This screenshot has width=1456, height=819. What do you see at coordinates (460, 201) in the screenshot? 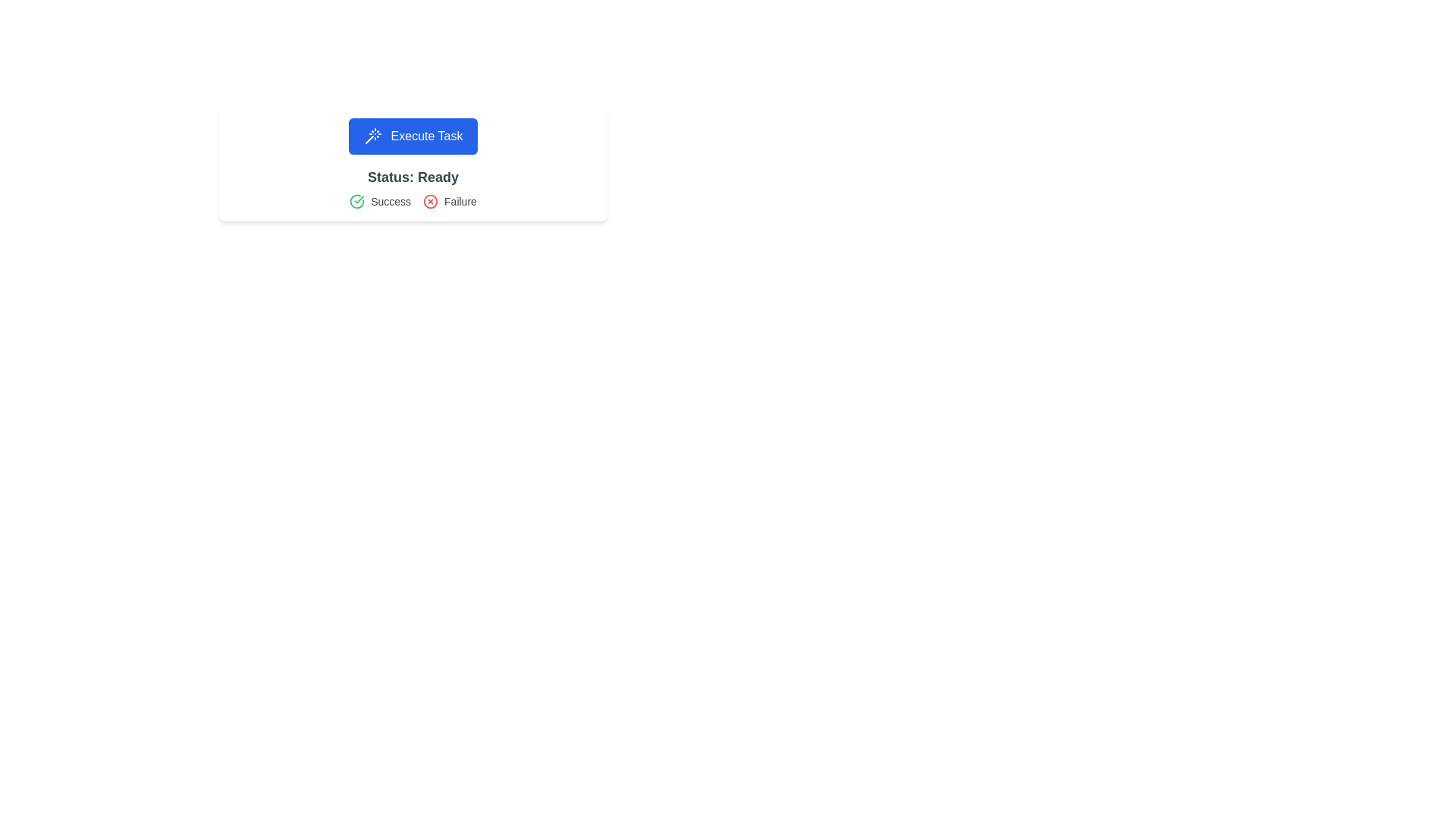
I see `the TextLabel displaying 'Failure', which is styled with a small font size and gray coloring, located to the right of a circular red icon with a cross in the bottom section of the interface` at bounding box center [460, 201].